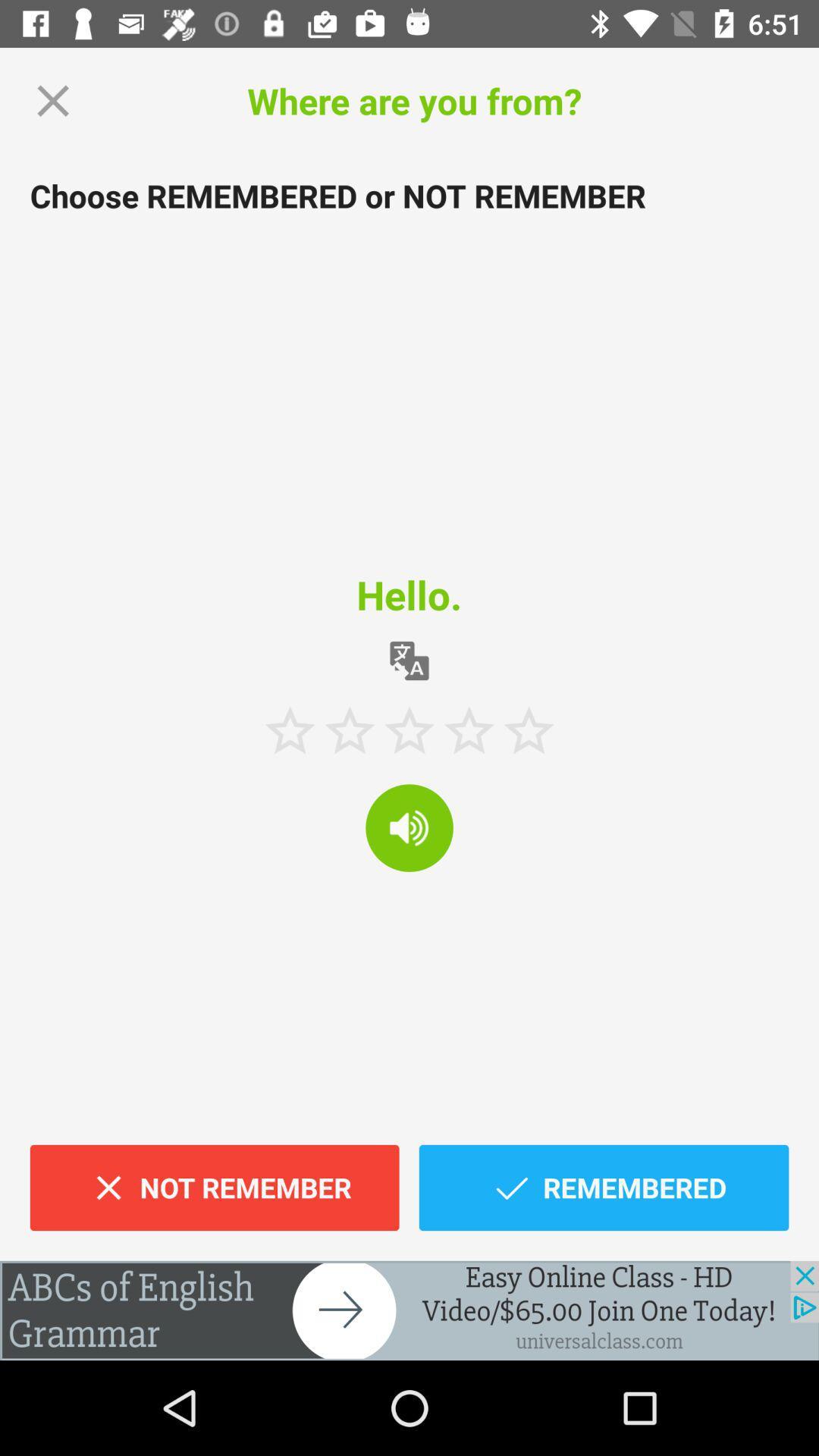 This screenshot has width=819, height=1456. Describe the element at coordinates (409, 827) in the screenshot. I see `the volume icon` at that location.